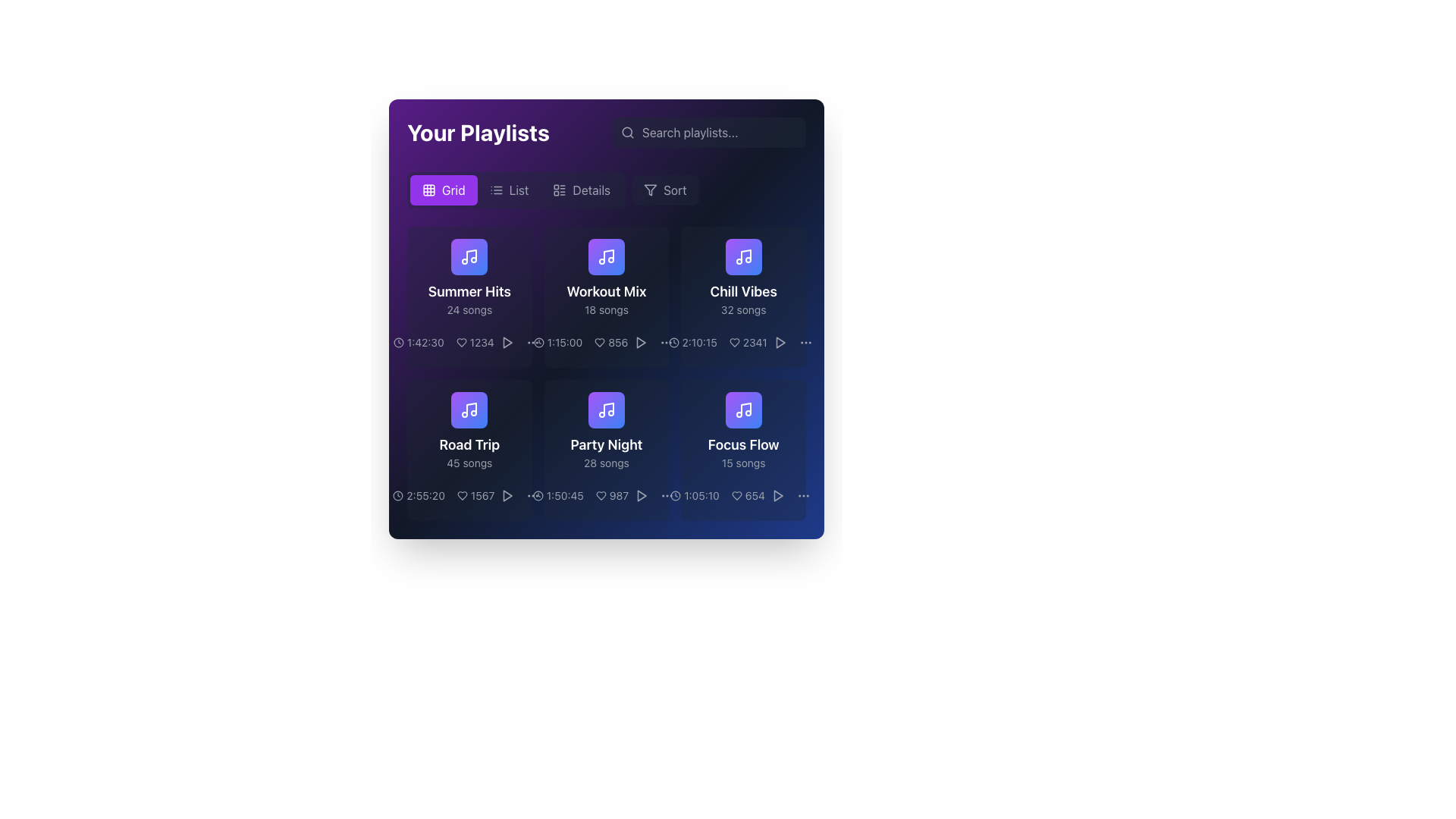 This screenshot has width=1456, height=819. What do you see at coordinates (509, 189) in the screenshot?
I see `the toggle button in the top control panel` at bounding box center [509, 189].